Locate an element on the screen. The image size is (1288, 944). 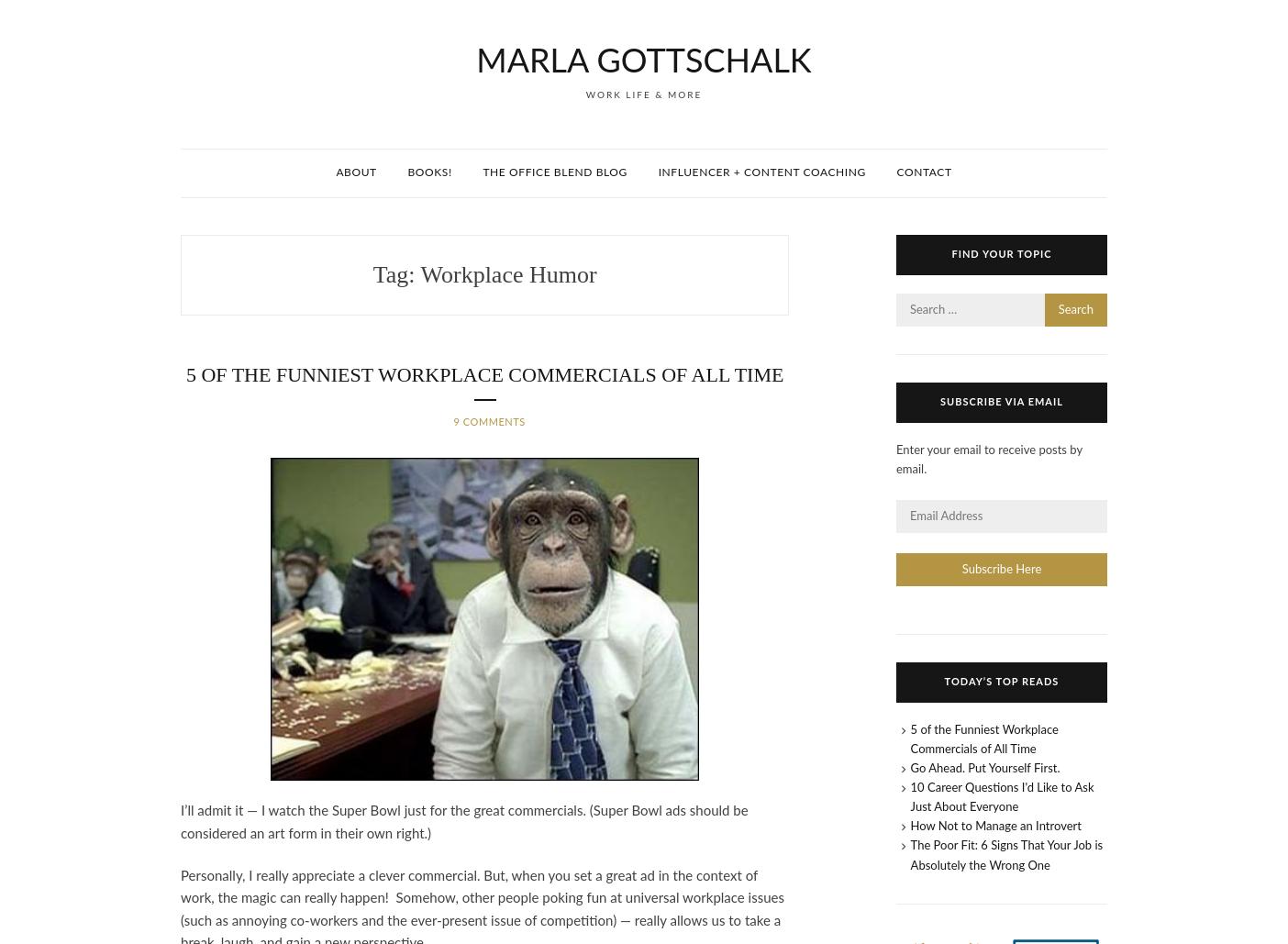
'The Poor Fit: 6 Signs That Your Job is Absolutely the Wrong One' is located at coordinates (1005, 855).